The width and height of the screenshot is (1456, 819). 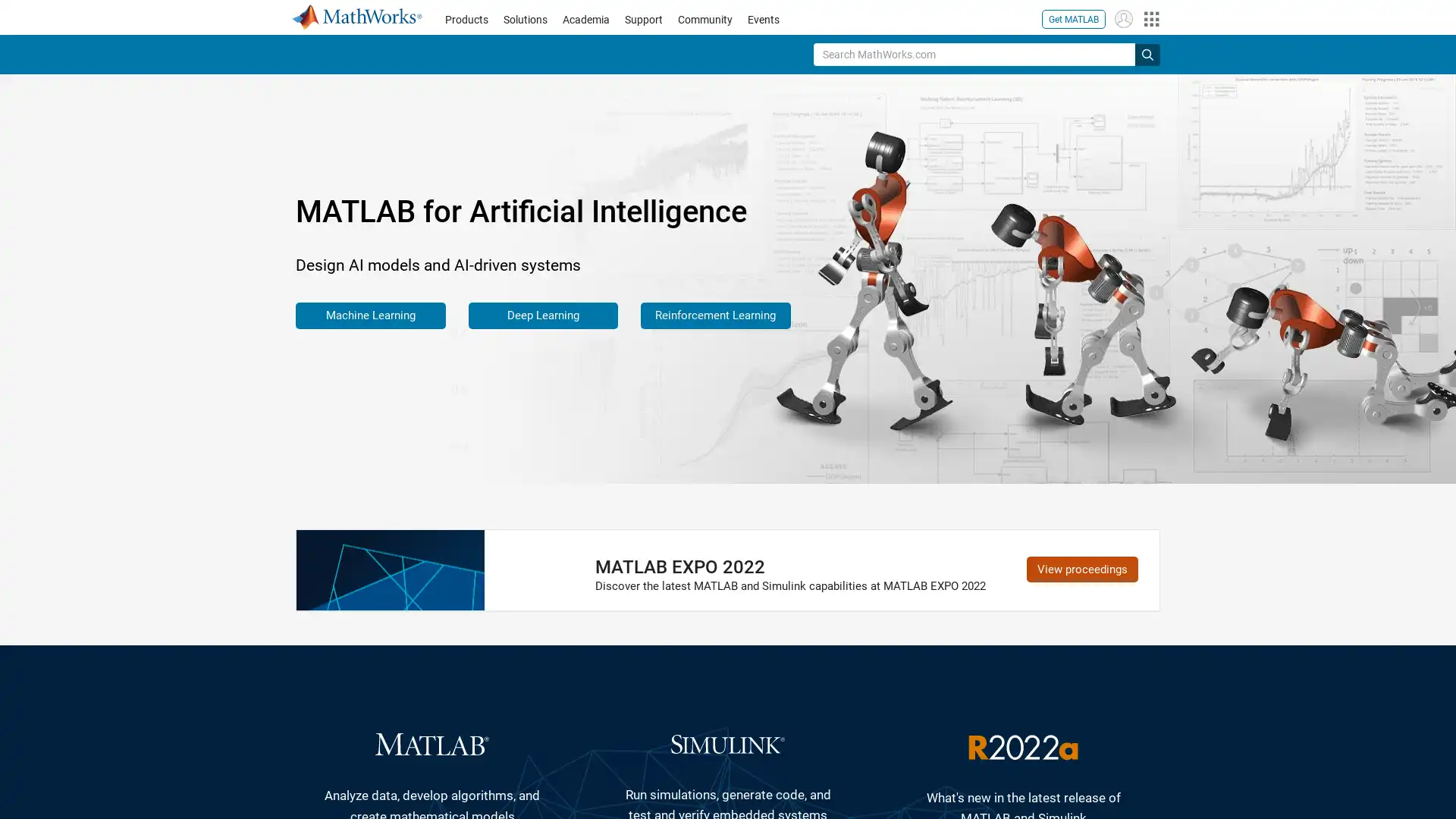 I want to click on Search, so click(x=1147, y=53).